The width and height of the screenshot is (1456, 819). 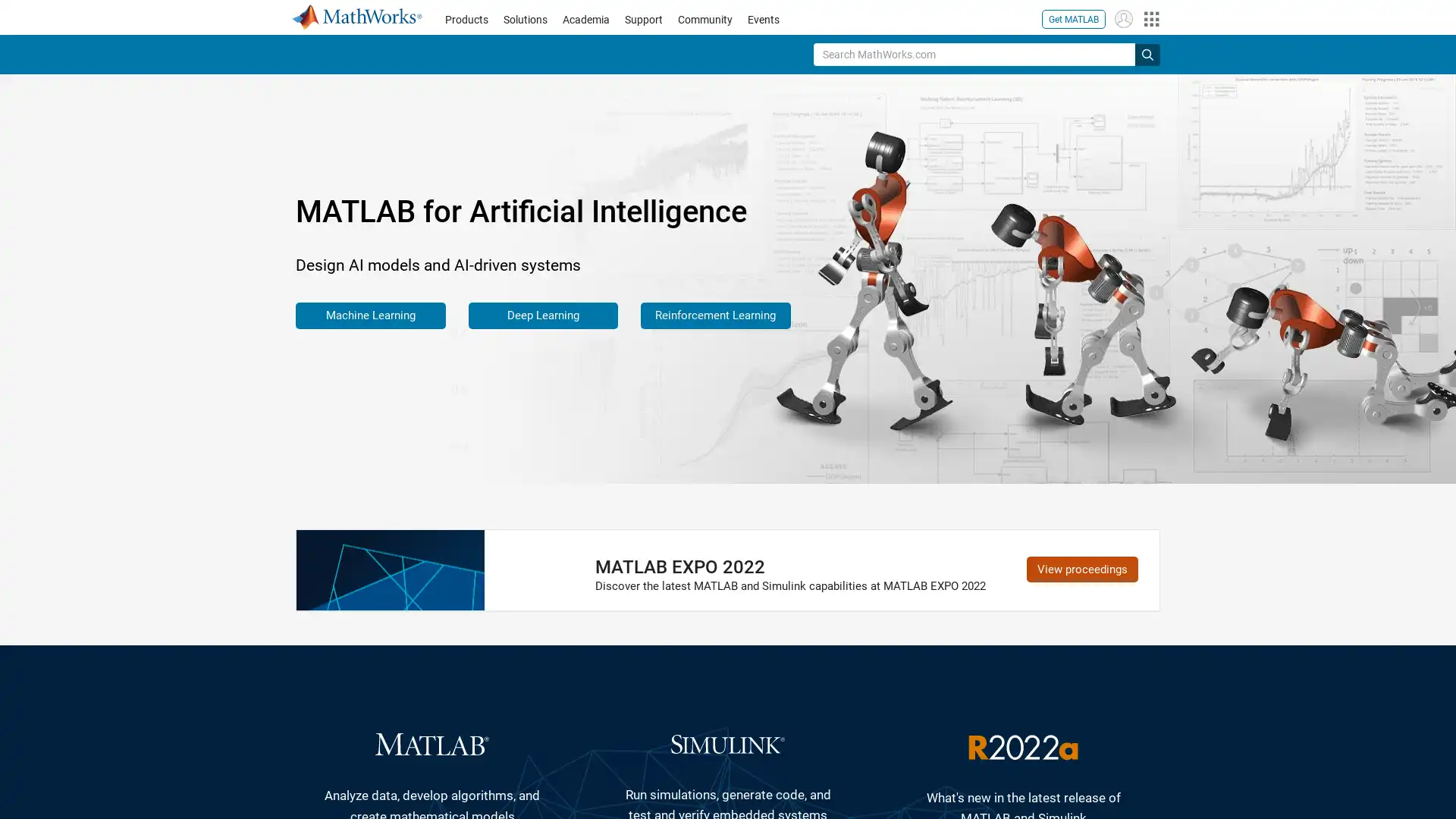 I want to click on Search, so click(x=1147, y=53).